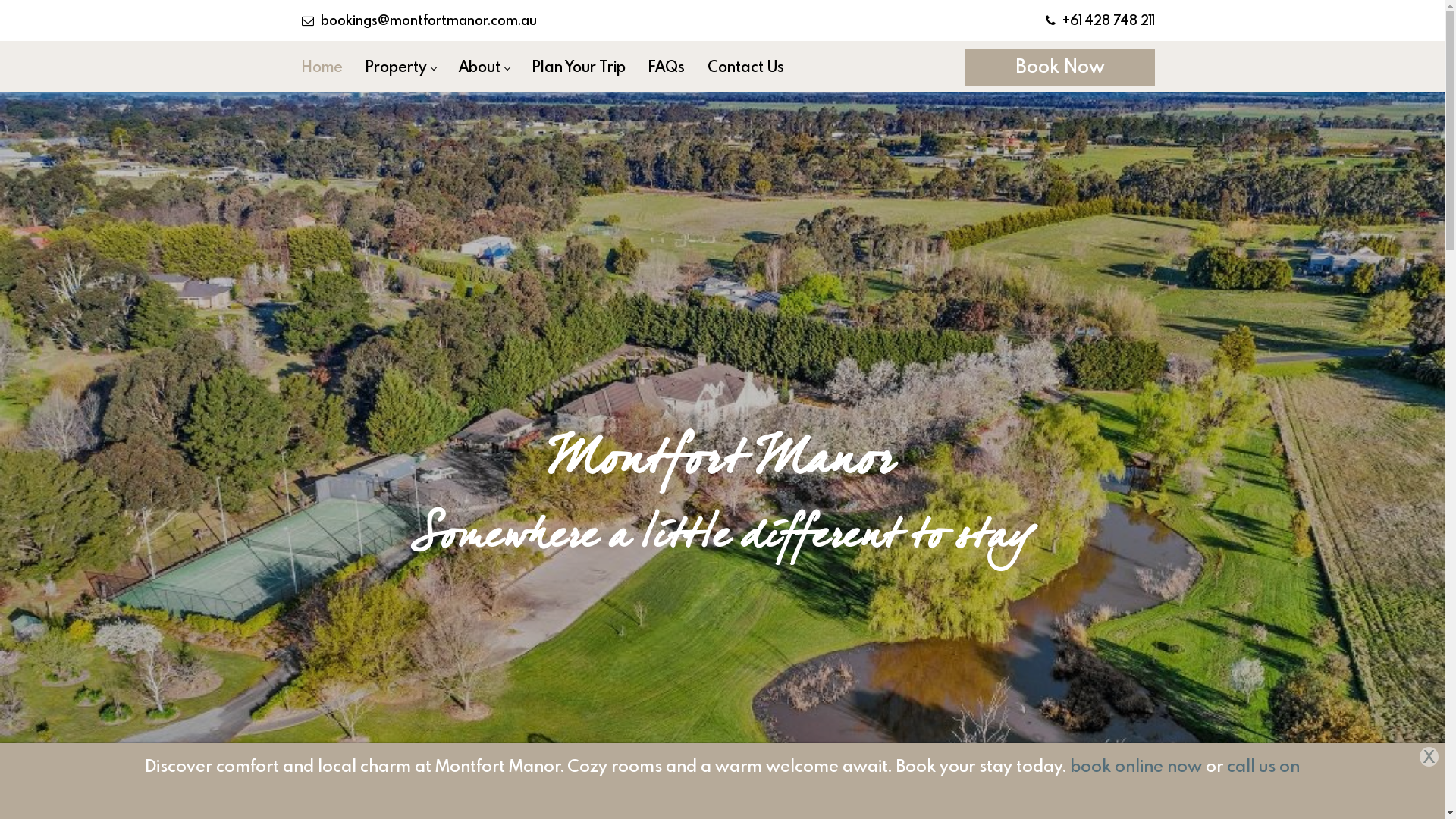  I want to click on 'Property', so click(352, 65).